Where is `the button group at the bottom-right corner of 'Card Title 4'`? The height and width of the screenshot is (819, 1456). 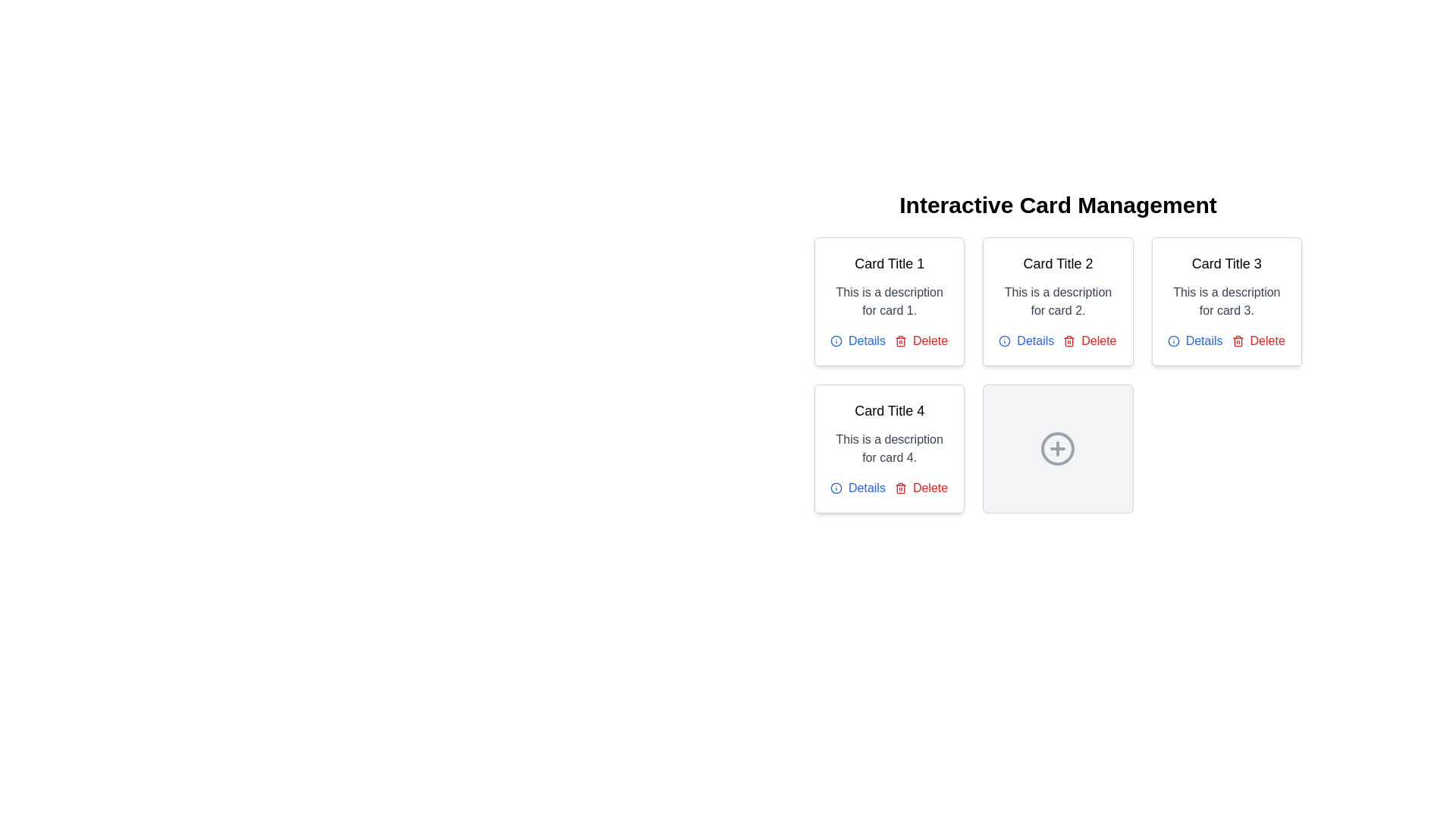
the button group at the bottom-right corner of 'Card Title 4' is located at coordinates (890, 488).